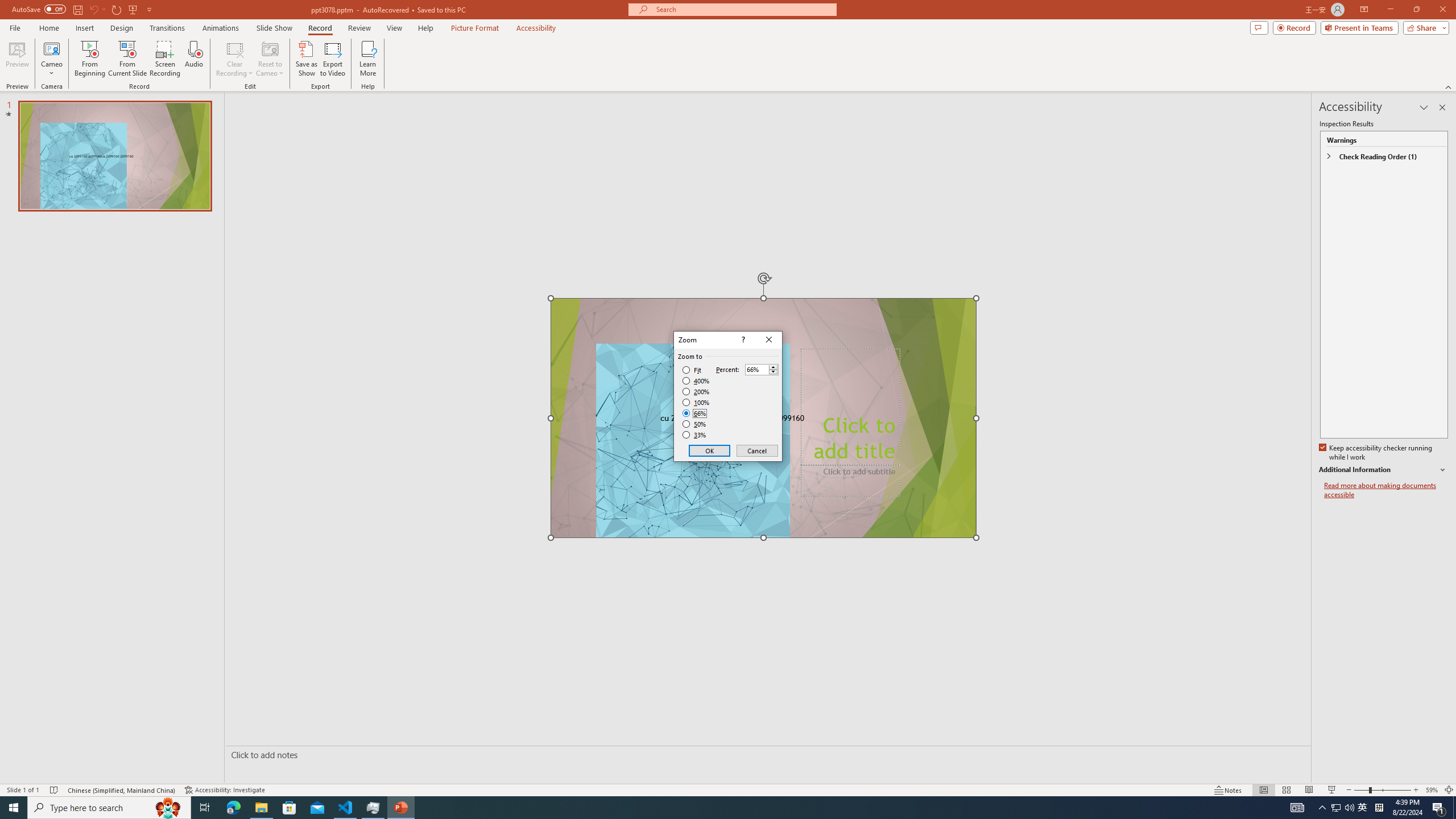  Describe the element at coordinates (695, 435) in the screenshot. I see `'33%'` at that location.